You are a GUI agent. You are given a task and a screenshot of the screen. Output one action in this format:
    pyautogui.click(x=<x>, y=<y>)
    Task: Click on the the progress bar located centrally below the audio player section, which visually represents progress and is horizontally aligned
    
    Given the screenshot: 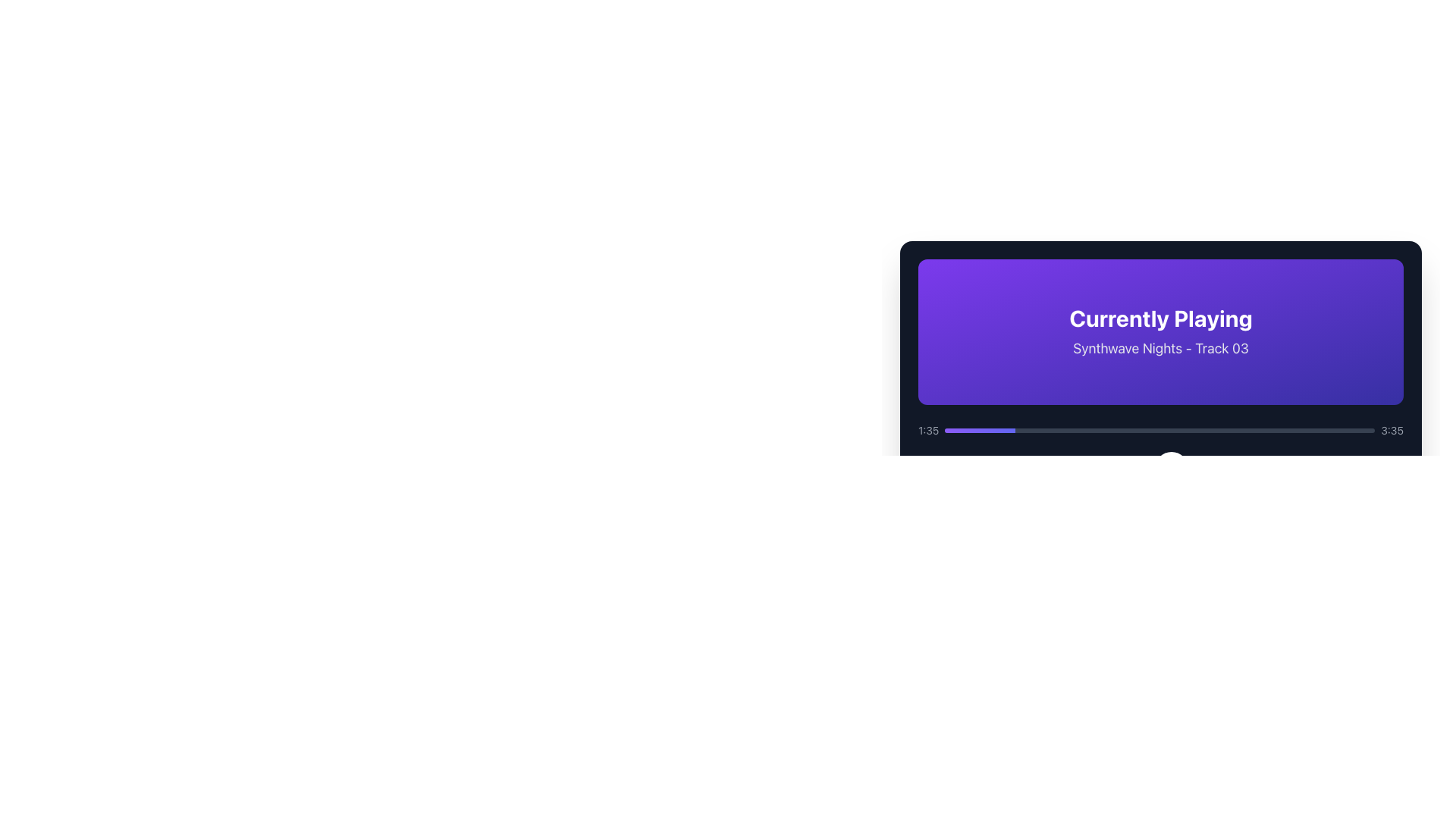 What is the action you would take?
    pyautogui.click(x=975, y=467)
    